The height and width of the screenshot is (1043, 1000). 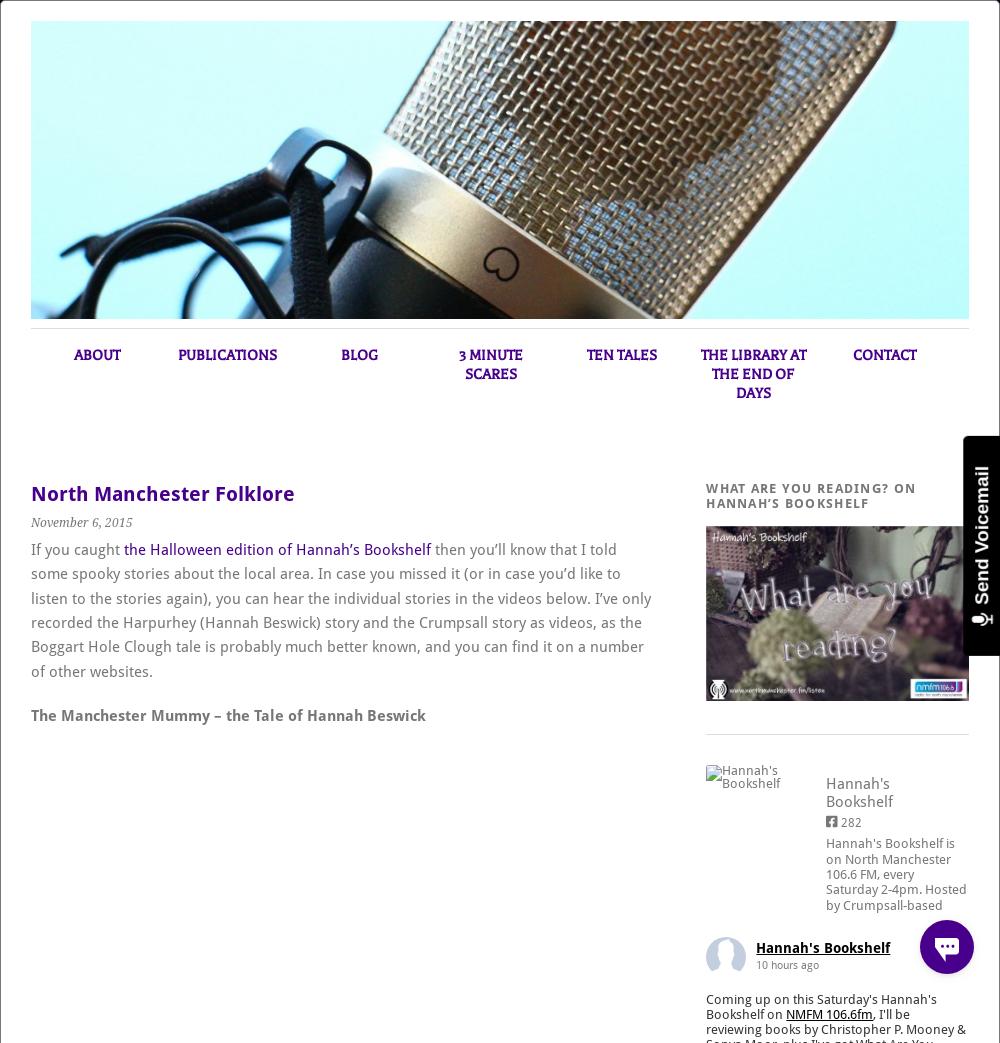 I want to click on 'Hannah's Bookshelf is on North Manchester 106.6 FM, every Saturday 2-4pm. Hosted by Crumpsall-based', so click(x=825, y=874).